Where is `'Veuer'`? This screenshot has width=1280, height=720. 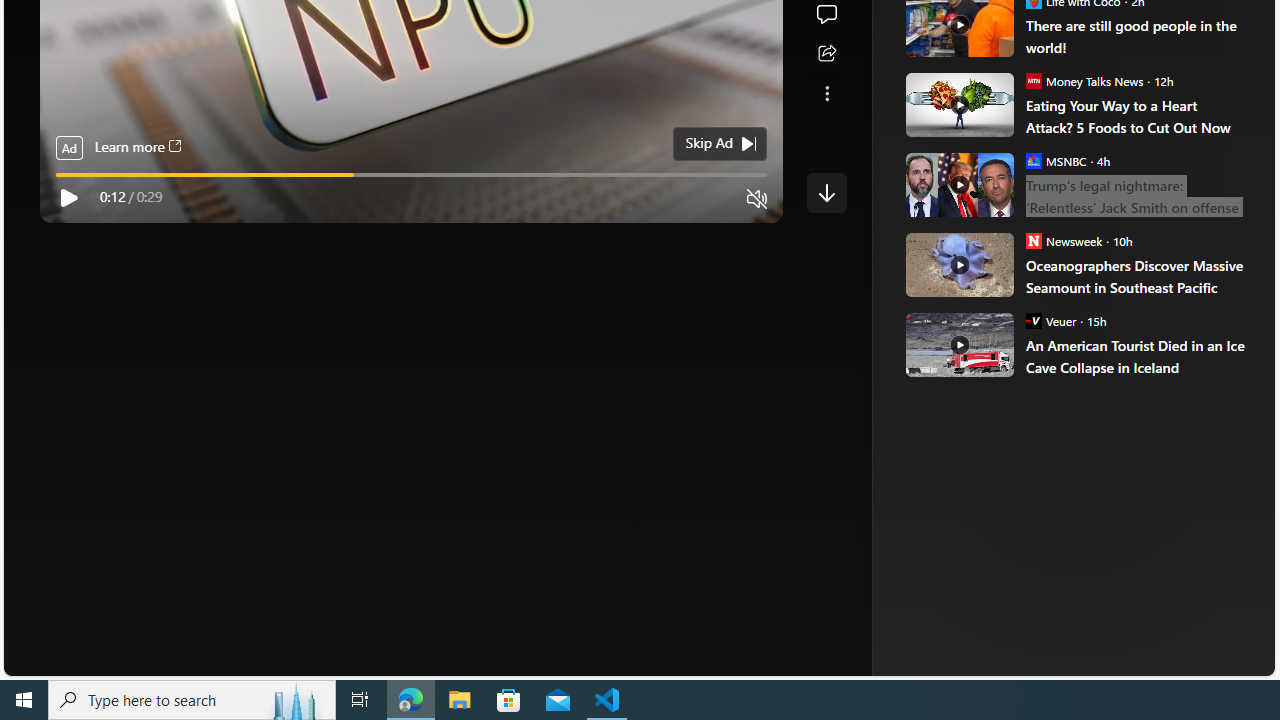 'Veuer' is located at coordinates (1033, 319).